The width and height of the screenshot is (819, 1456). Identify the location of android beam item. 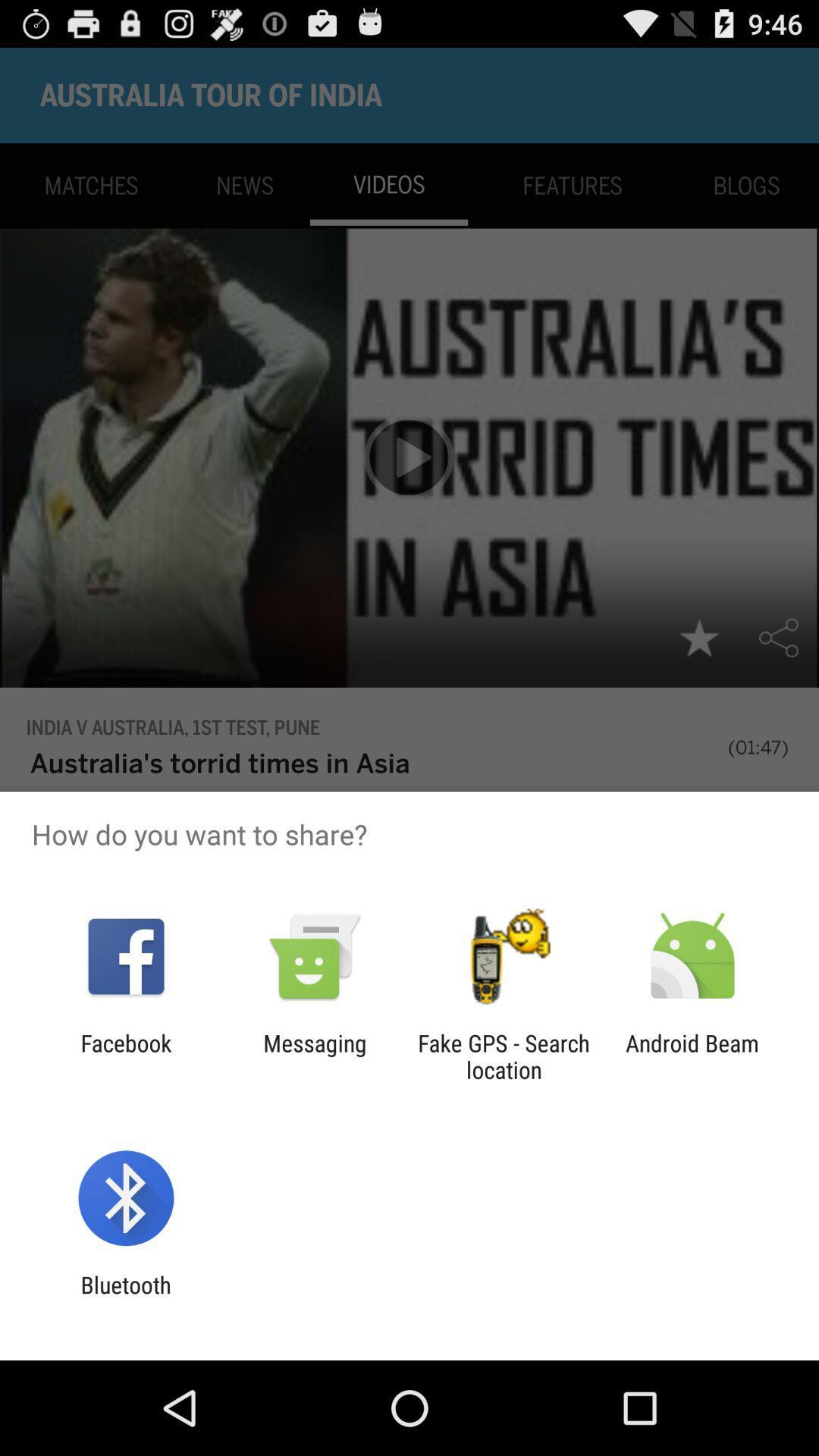
(692, 1056).